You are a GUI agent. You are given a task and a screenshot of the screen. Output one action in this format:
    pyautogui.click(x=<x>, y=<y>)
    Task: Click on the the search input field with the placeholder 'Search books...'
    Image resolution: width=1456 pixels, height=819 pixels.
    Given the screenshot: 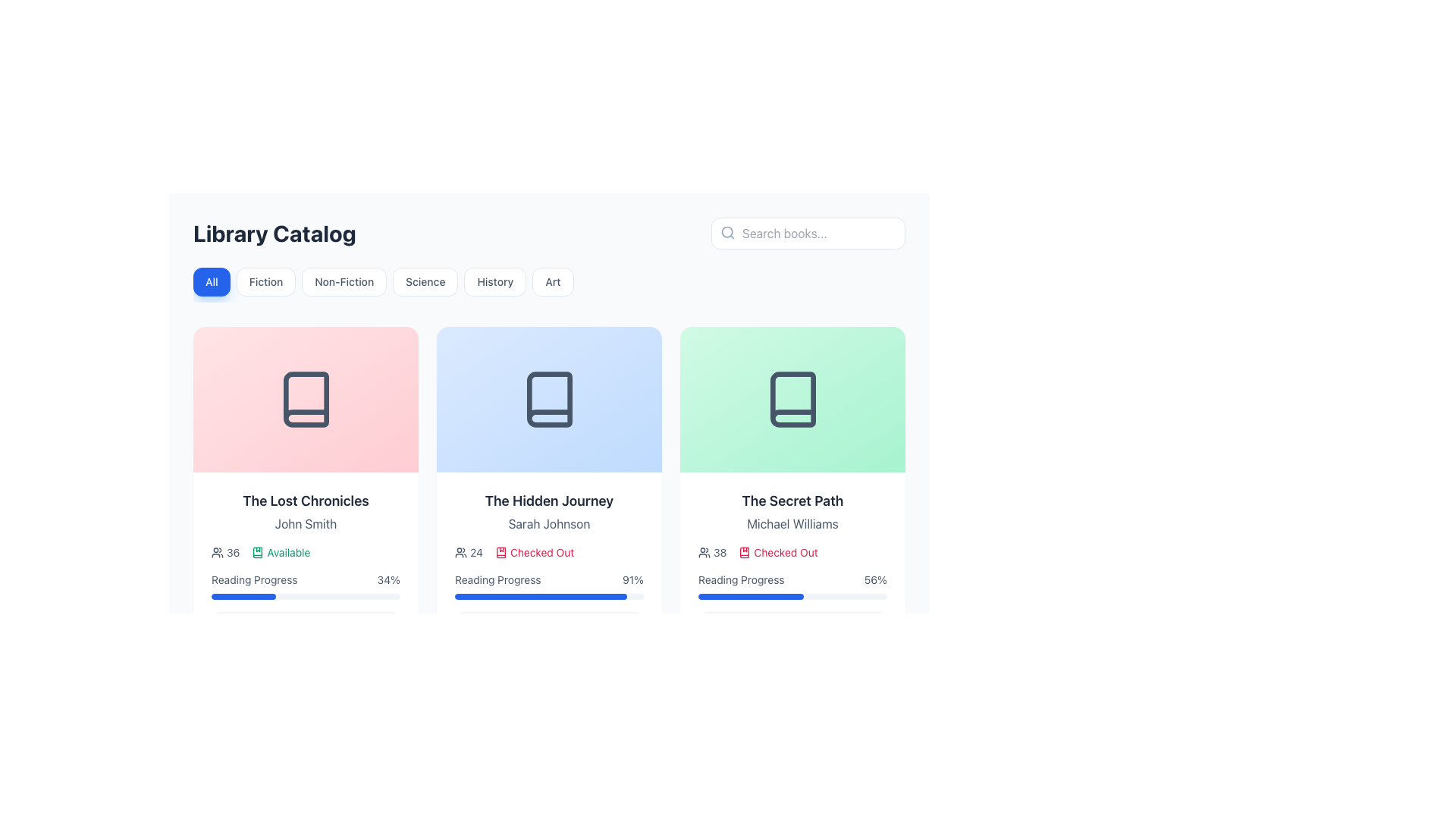 What is the action you would take?
    pyautogui.click(x=807, y=234)
    